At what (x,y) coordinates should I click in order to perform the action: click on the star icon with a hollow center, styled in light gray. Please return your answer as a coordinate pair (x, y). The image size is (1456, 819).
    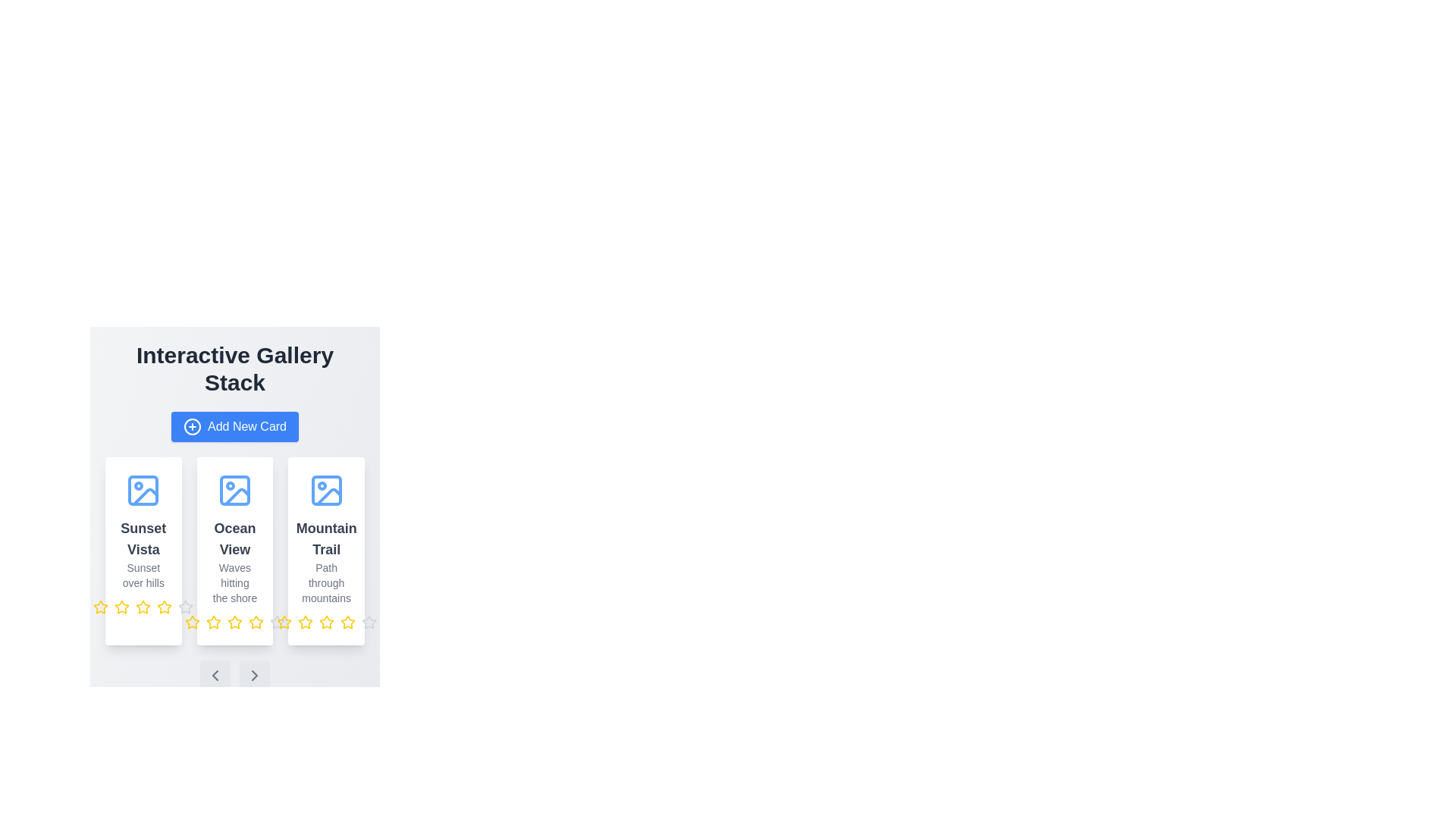
    Looking at the image, I should click on (369, 623).